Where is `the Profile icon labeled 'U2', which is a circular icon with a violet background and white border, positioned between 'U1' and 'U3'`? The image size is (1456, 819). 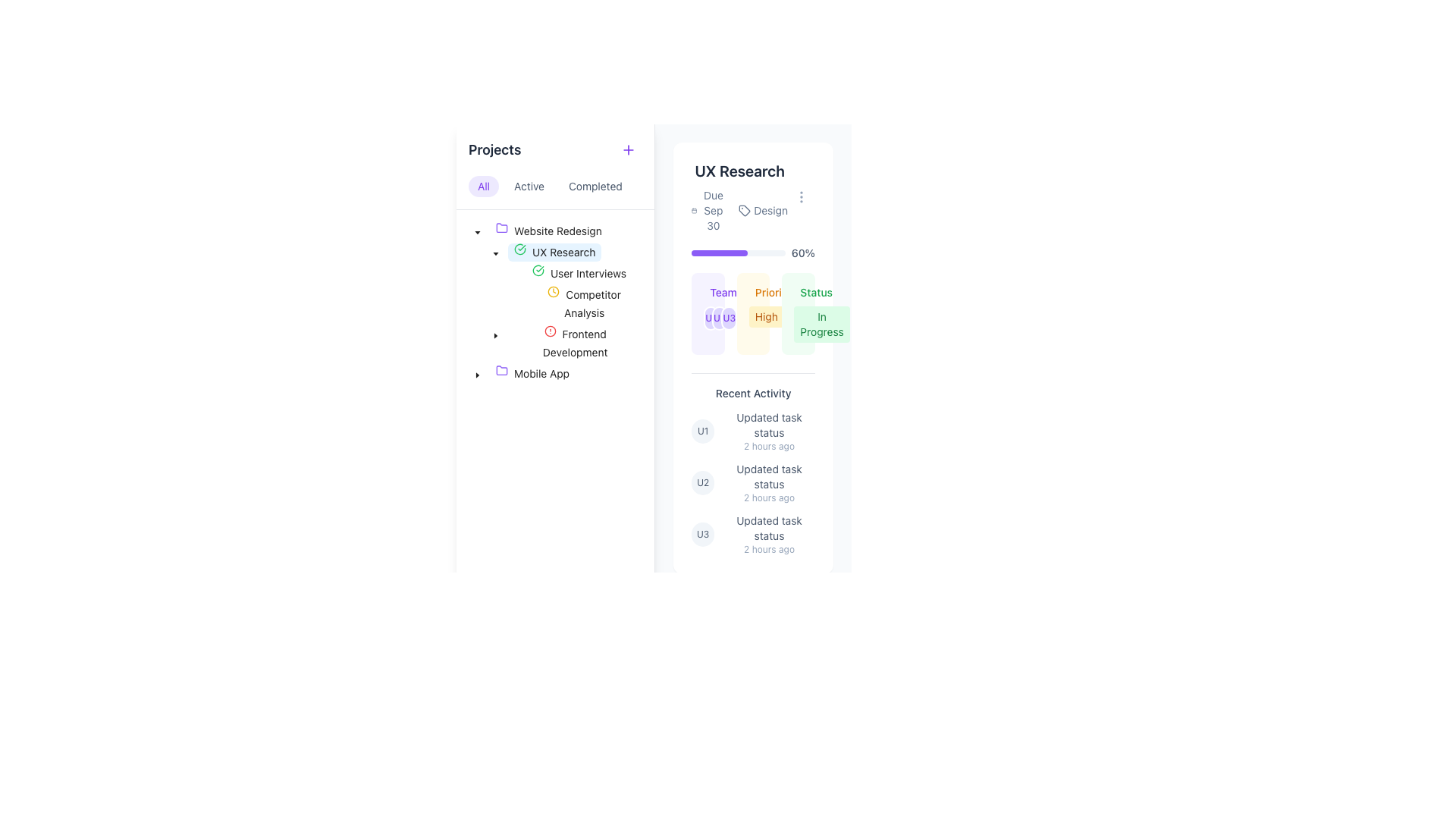 the Profile icon labeled 'U2', which is a circular icon with a violet background and white border, positioned between 'U1' and 'U3' is located at coordinates (719, 318).